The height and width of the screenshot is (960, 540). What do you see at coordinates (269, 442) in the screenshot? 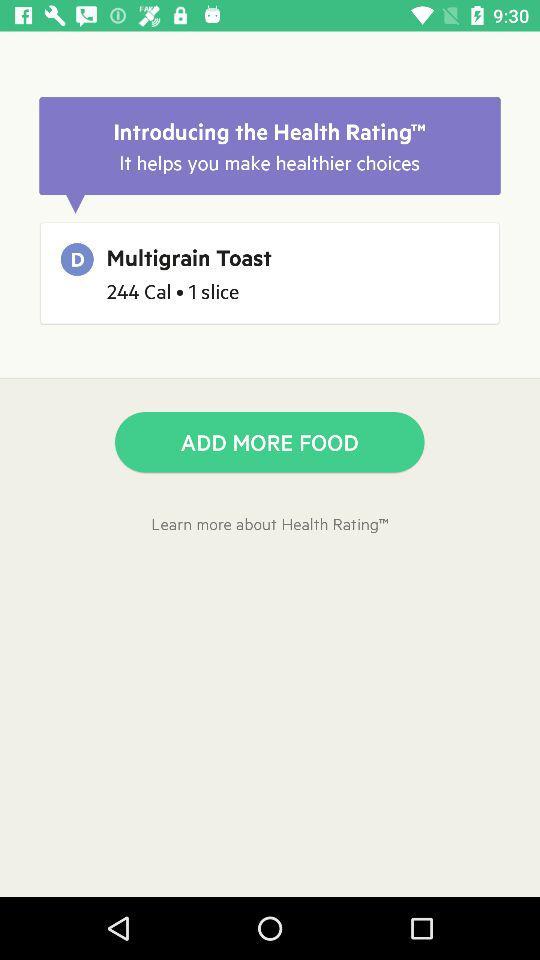
I see `icon above learn more about item` at bounding box center [269, 442].